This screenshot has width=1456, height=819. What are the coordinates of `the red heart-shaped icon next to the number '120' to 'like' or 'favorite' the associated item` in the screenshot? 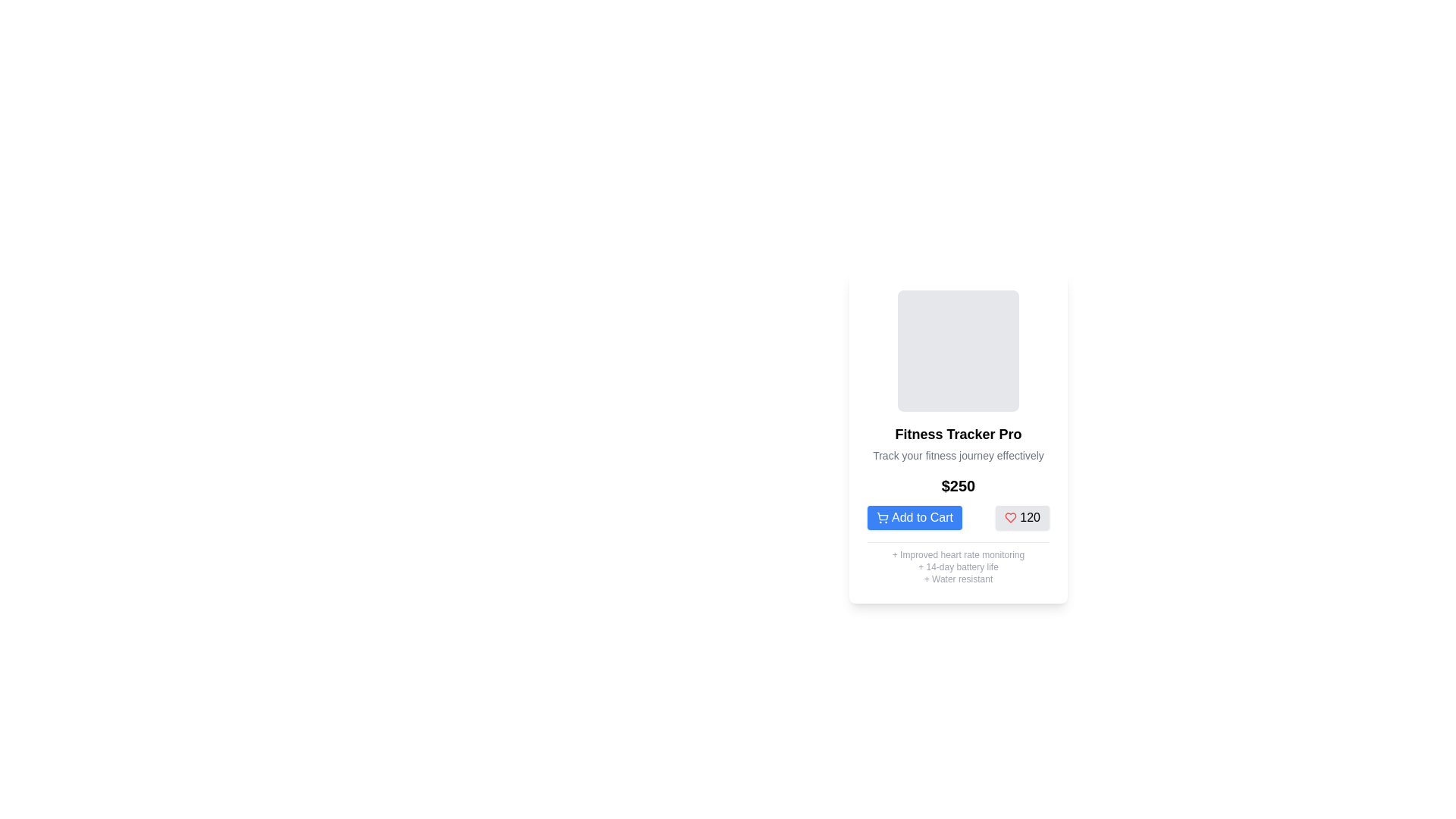 It's located at (1011, 516).